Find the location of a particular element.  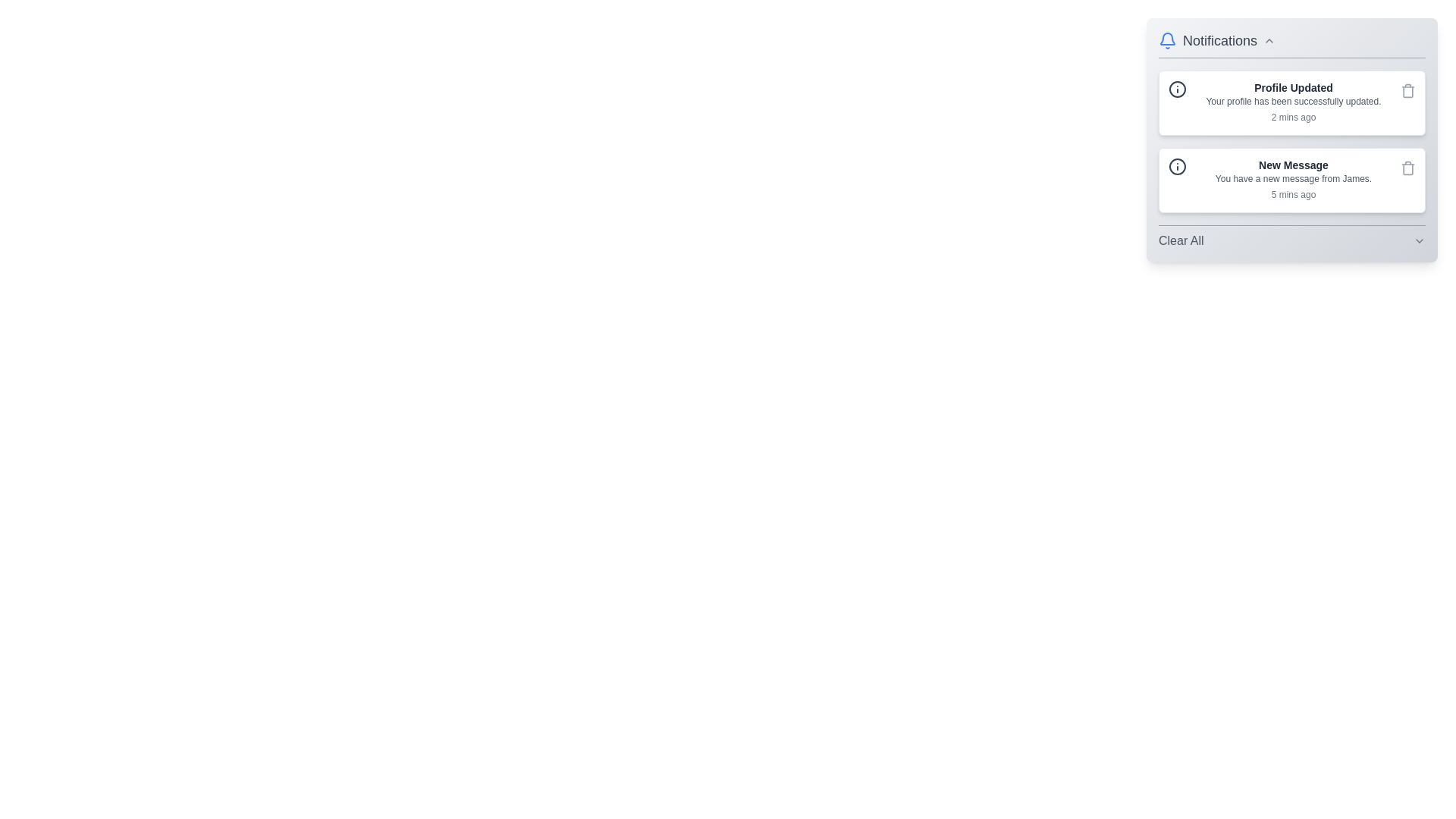

the header icon chevron-up to perform its action is located at coordinates (1269, 40).